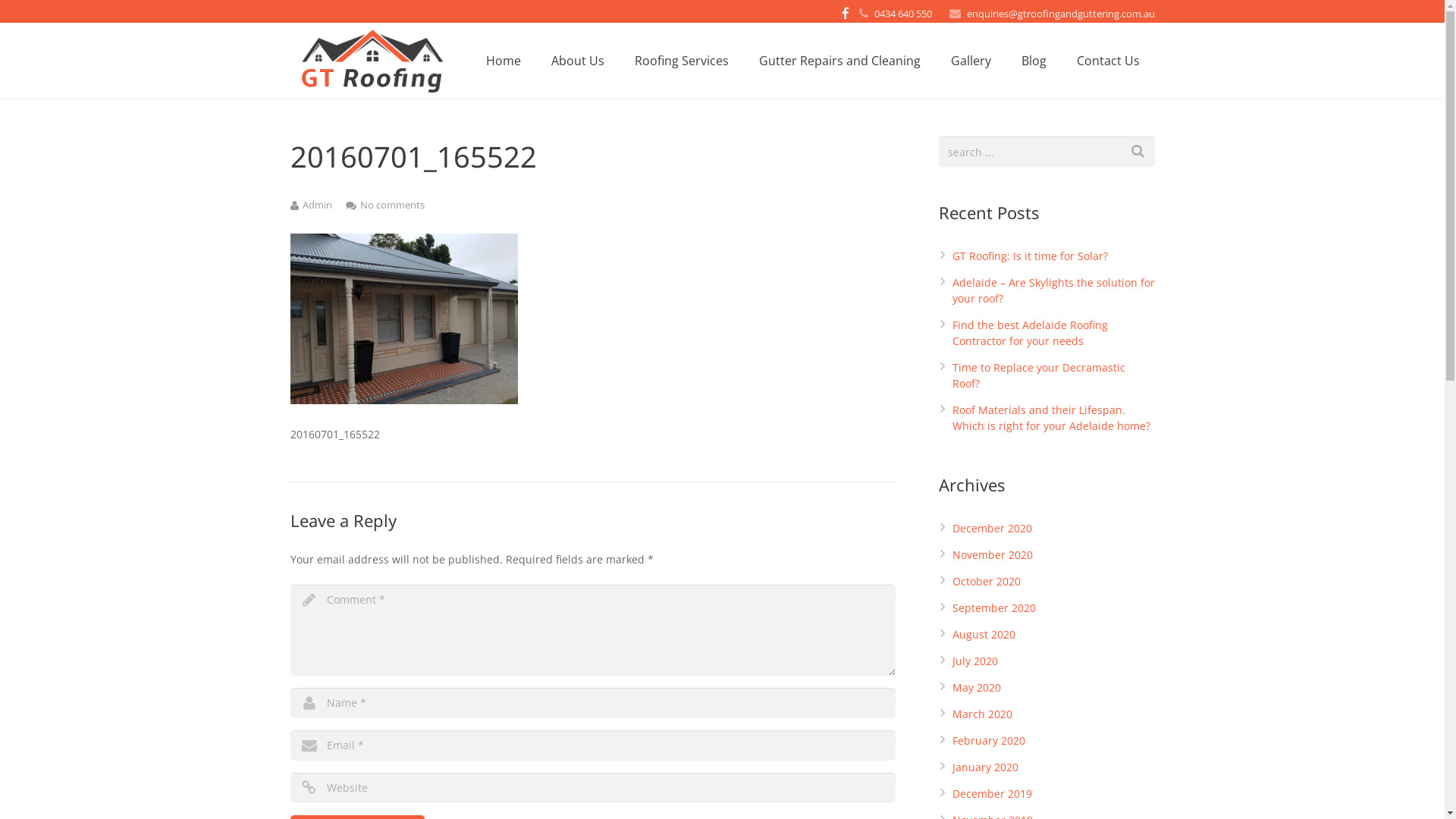 This screenshot has height=819, width=1456. I want to click on 'July 2020', so click(975, 660).